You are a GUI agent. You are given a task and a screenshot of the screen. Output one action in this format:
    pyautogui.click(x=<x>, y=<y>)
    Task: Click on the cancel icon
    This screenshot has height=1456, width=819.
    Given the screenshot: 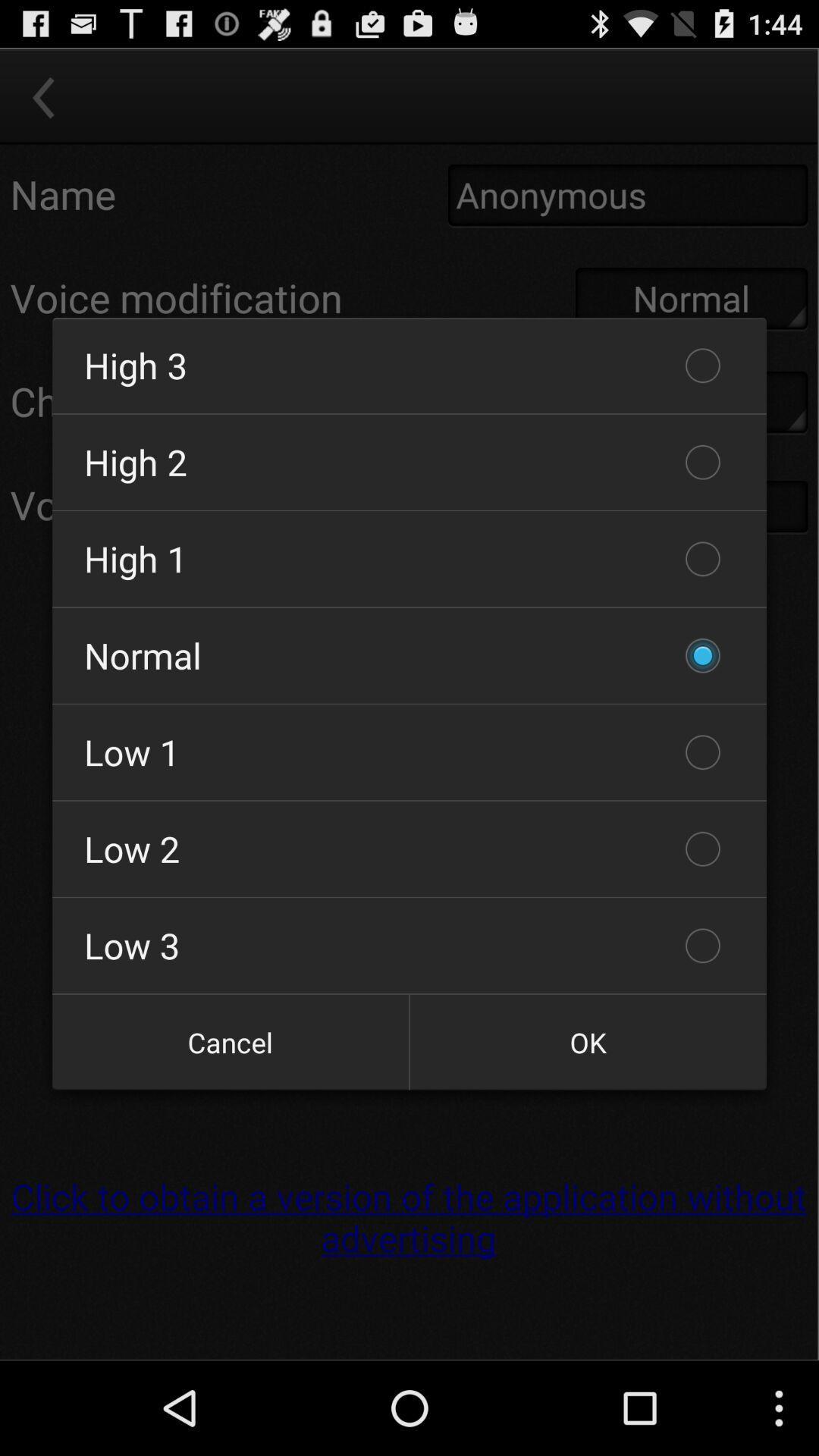 What is the action you would take?
    pyautogui.click(x=231, y=1041)
    